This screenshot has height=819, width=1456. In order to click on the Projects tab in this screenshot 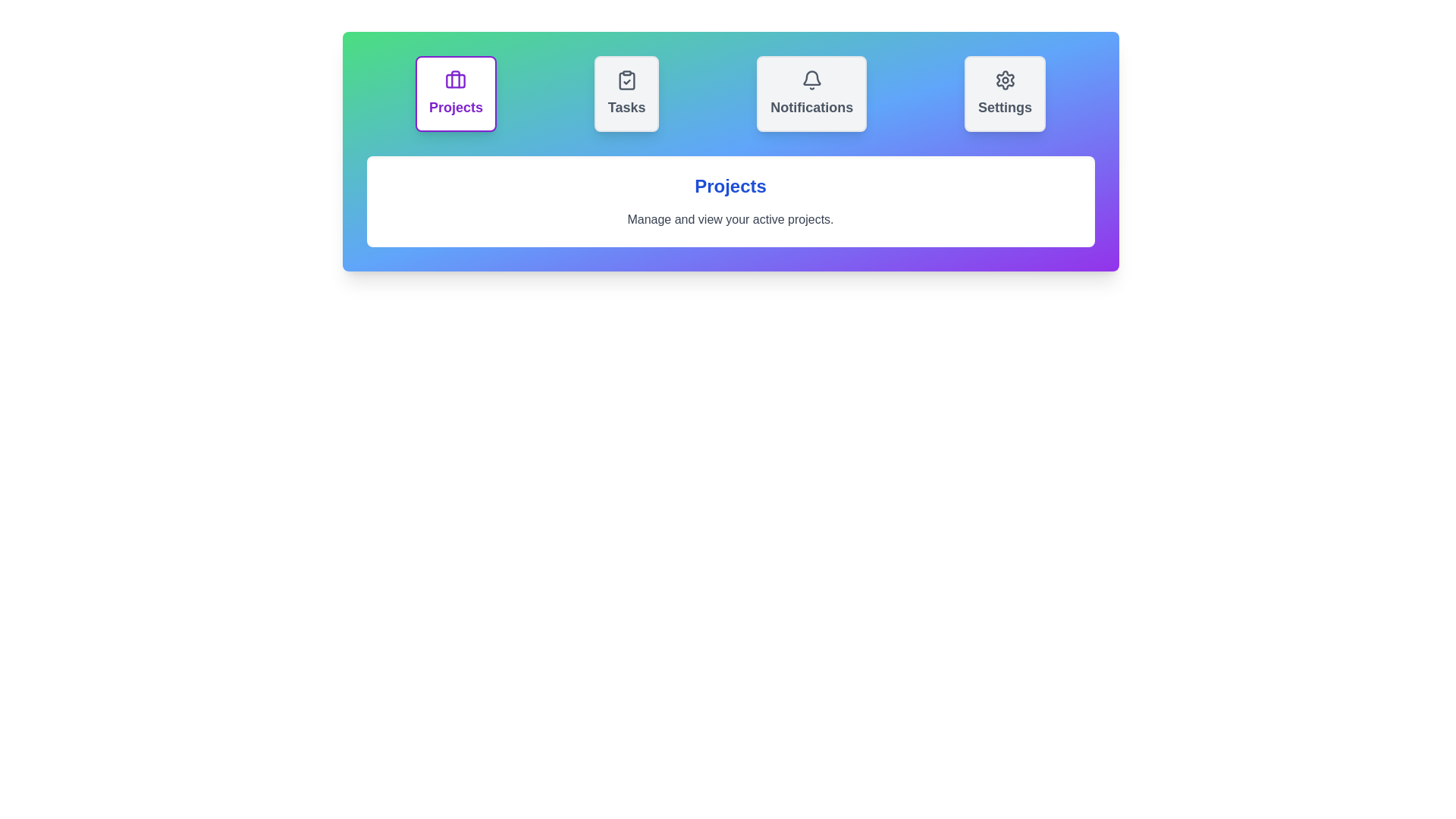, I will do `click(454, 93)`.